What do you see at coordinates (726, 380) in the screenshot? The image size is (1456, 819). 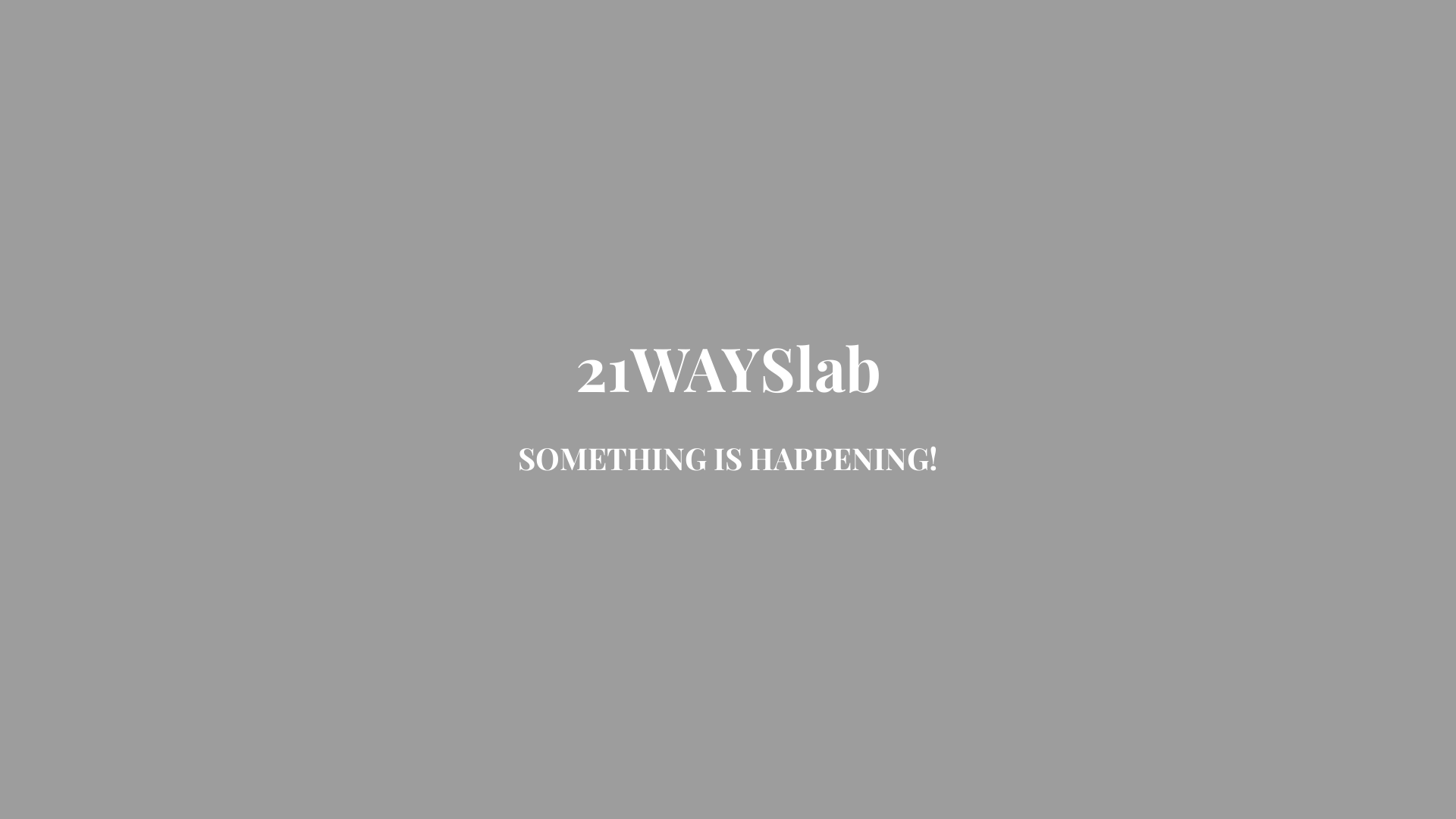 I see `'21WAYSlab'` at bounding box center [726, 380].